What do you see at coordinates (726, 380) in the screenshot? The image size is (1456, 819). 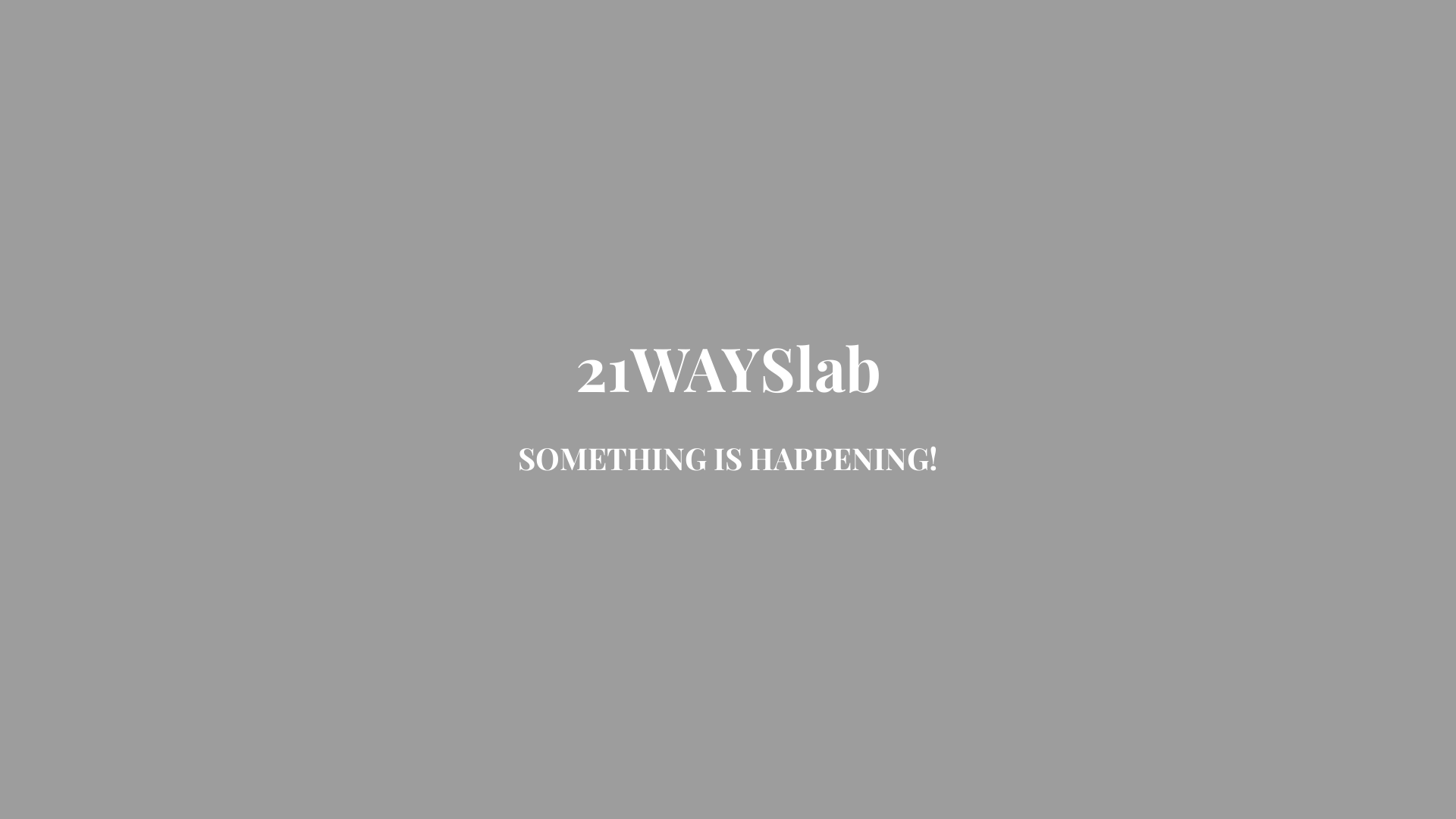 I see `'21WAYSlab'` at bounding box center [726, 380].